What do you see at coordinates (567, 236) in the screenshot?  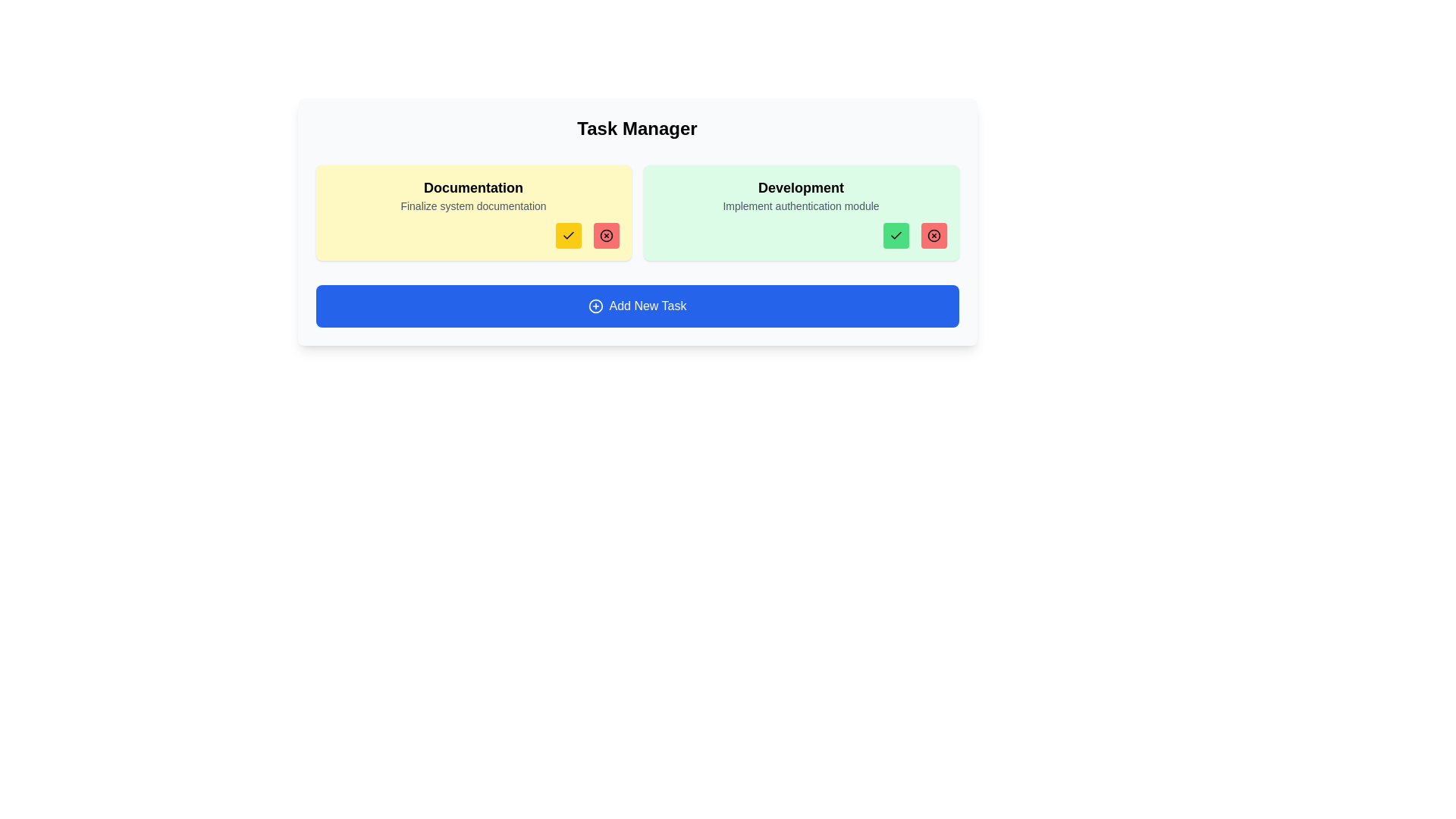 I see `the checkmark icon in the upper-right corner of the yellow 'Documentation' task card` at bounding box center [567, 236].